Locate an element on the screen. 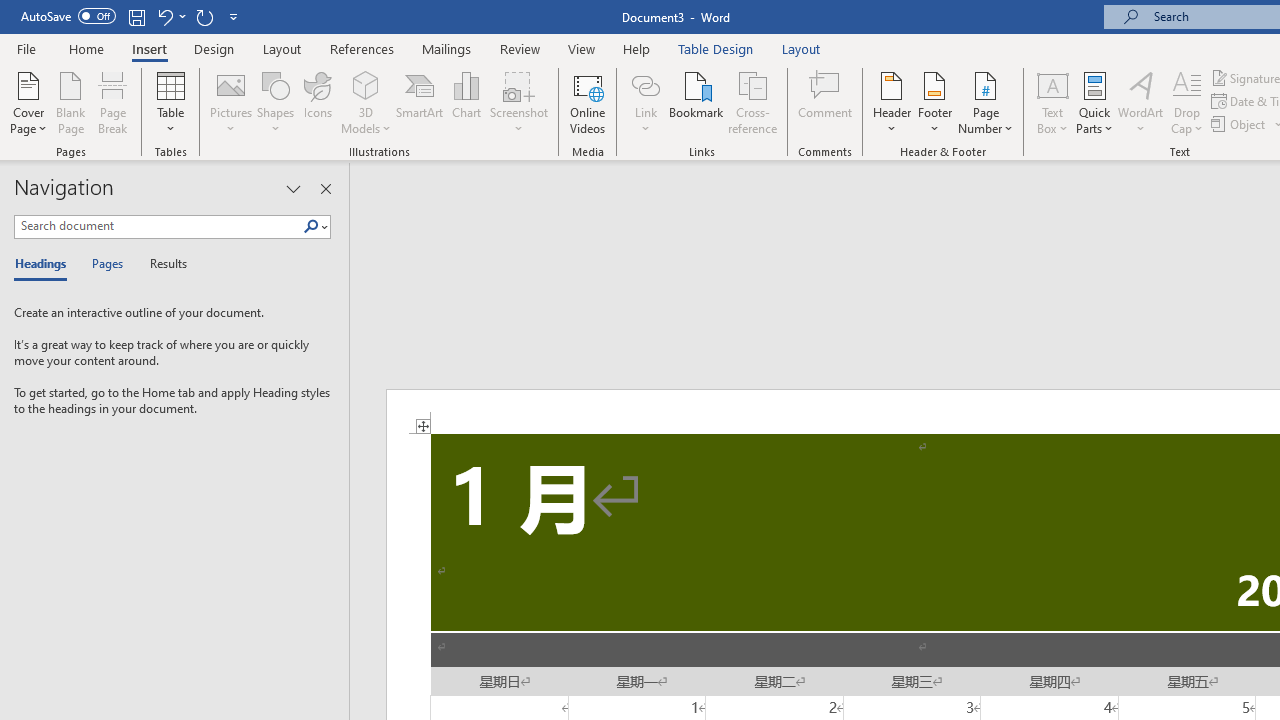 This screenshot has height=720, width=1280. 'Blank Page' is located at coordinates (71, 103).